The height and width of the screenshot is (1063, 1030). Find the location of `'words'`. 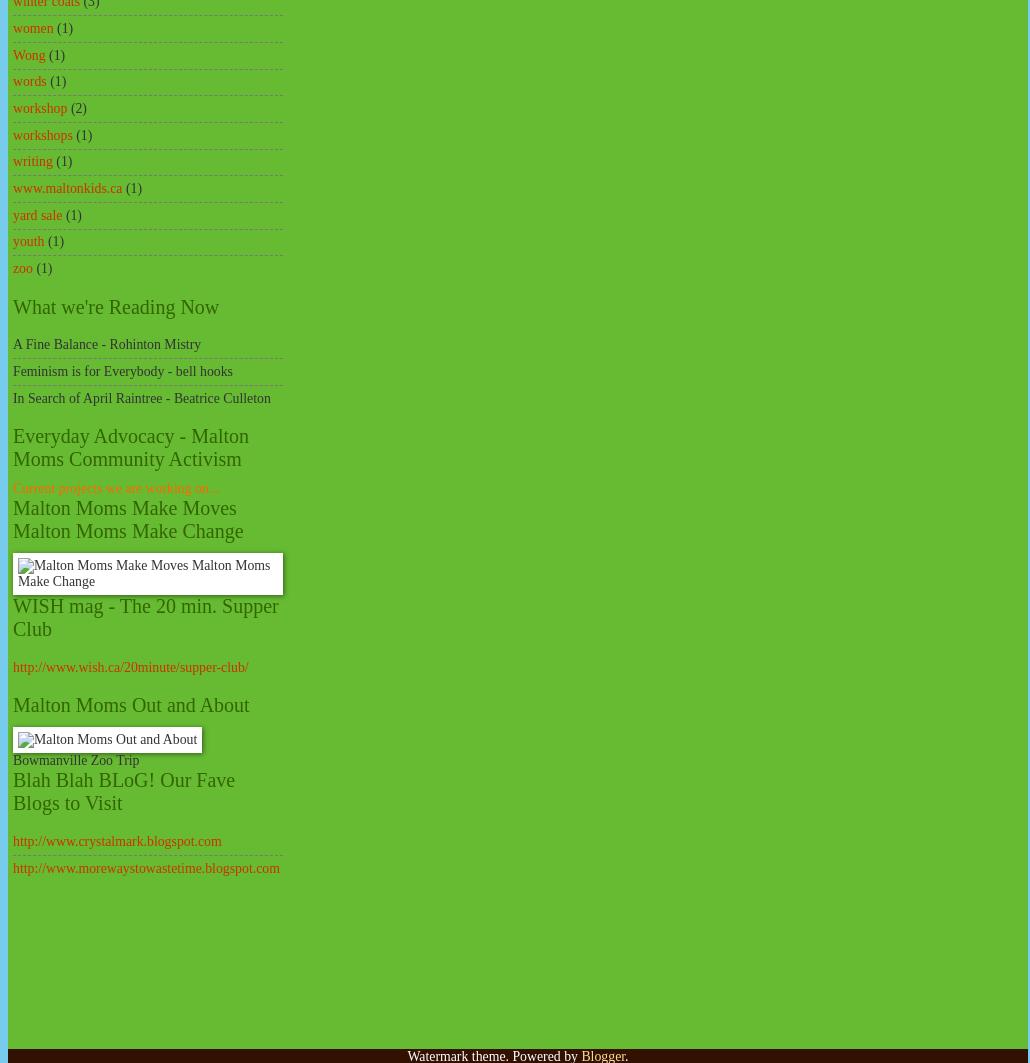

'words' is located at coordinates (29, 81).